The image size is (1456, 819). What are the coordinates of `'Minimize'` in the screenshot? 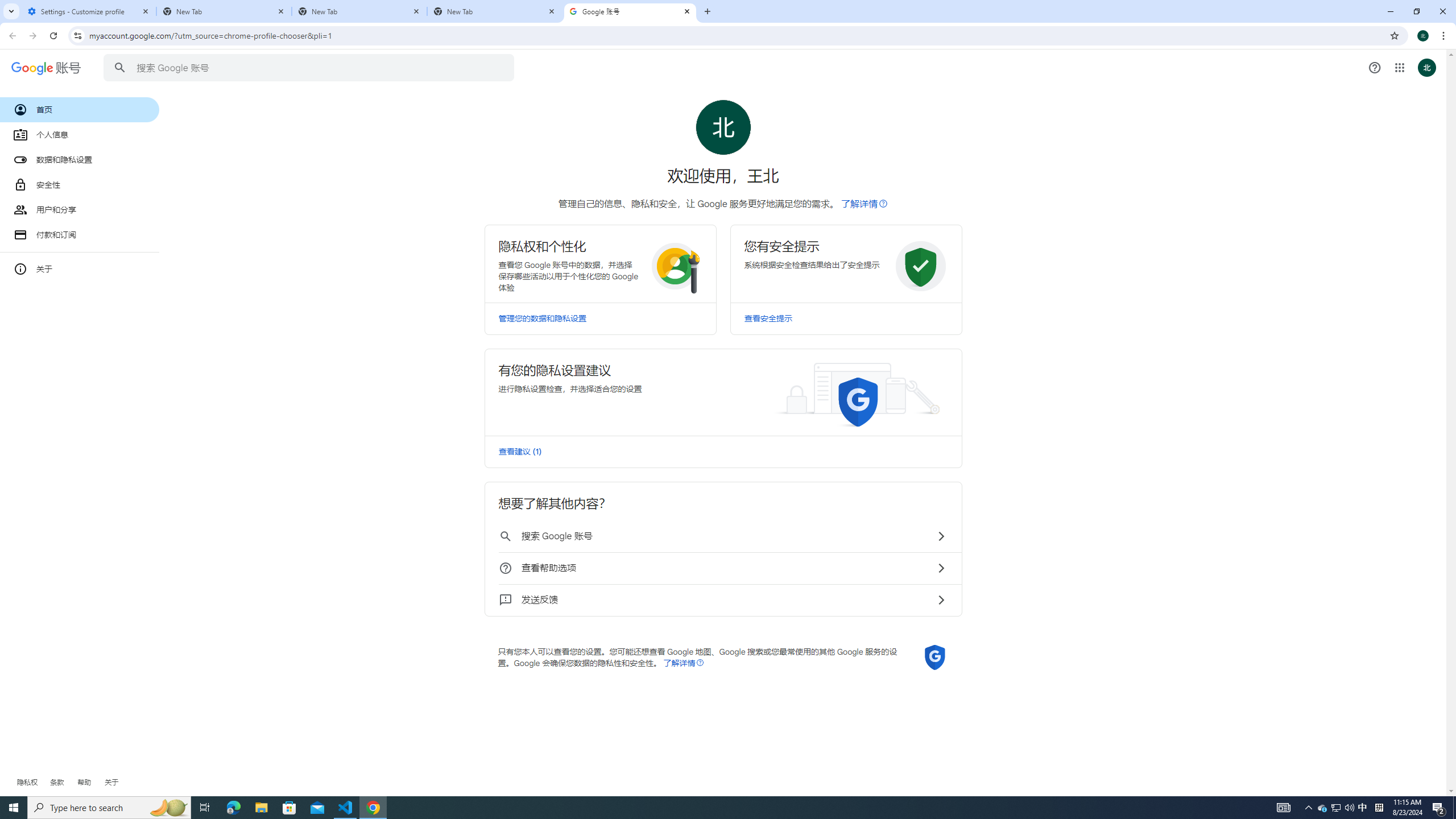 It's located at (1389, 11).